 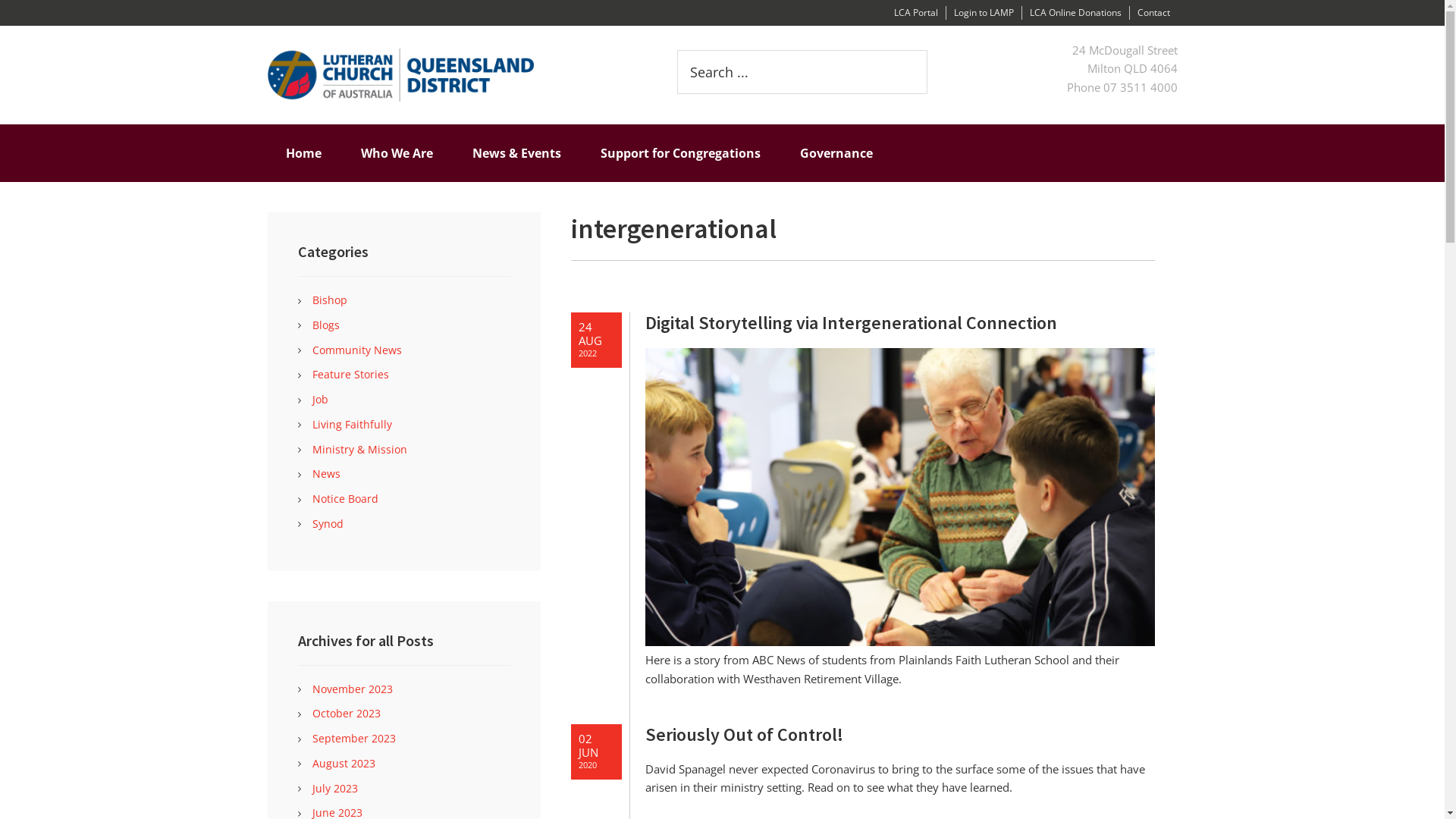 What do you see at coordinates (359, 447) in the screenshot?
I see `'Ministry & Mission'` at bounding box center [359, 447].